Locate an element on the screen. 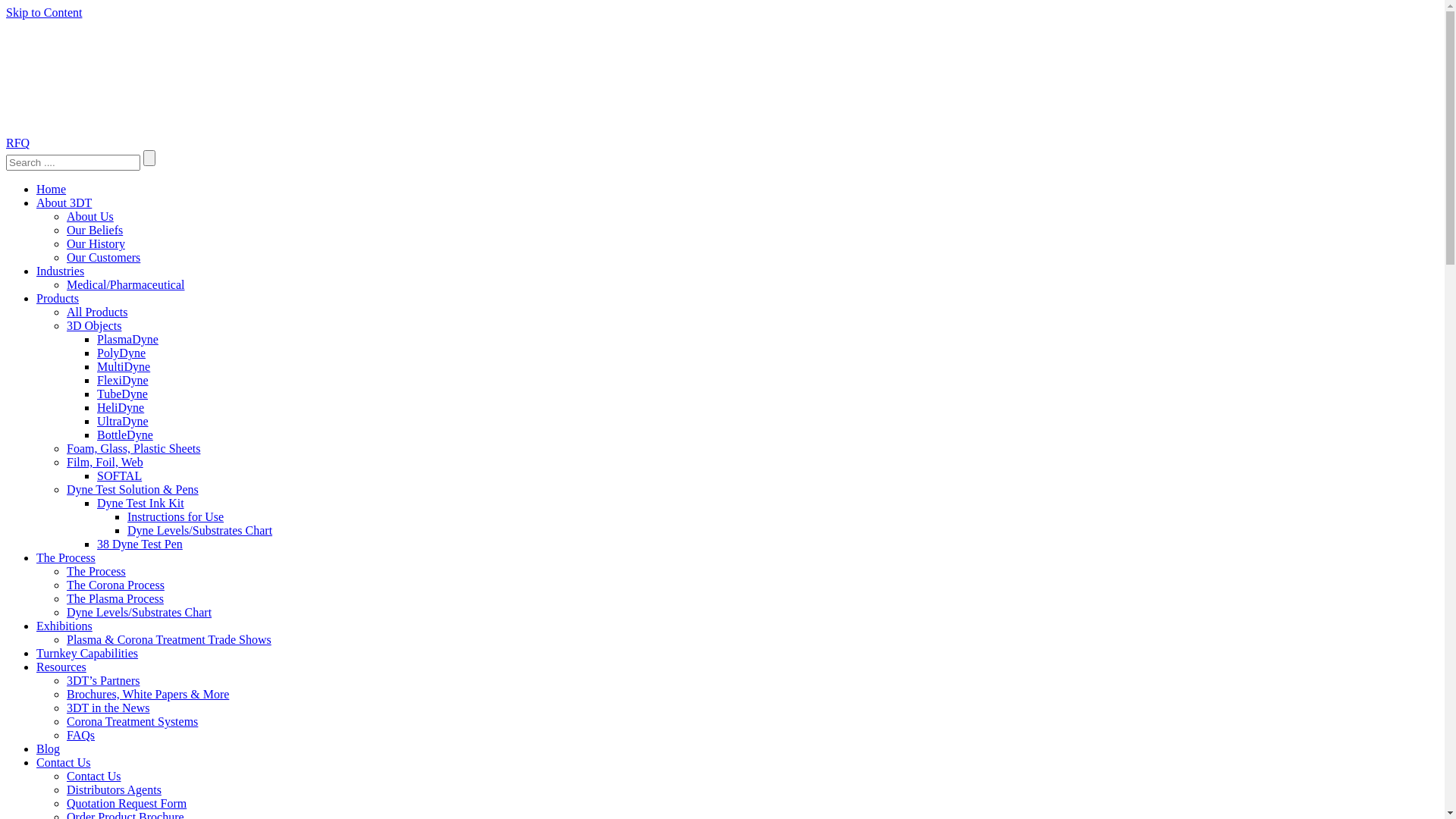 The width and height of the screenshot is (1456, 819). 'Dyne Test Ink Kit' is located at coordinates (140, 503).